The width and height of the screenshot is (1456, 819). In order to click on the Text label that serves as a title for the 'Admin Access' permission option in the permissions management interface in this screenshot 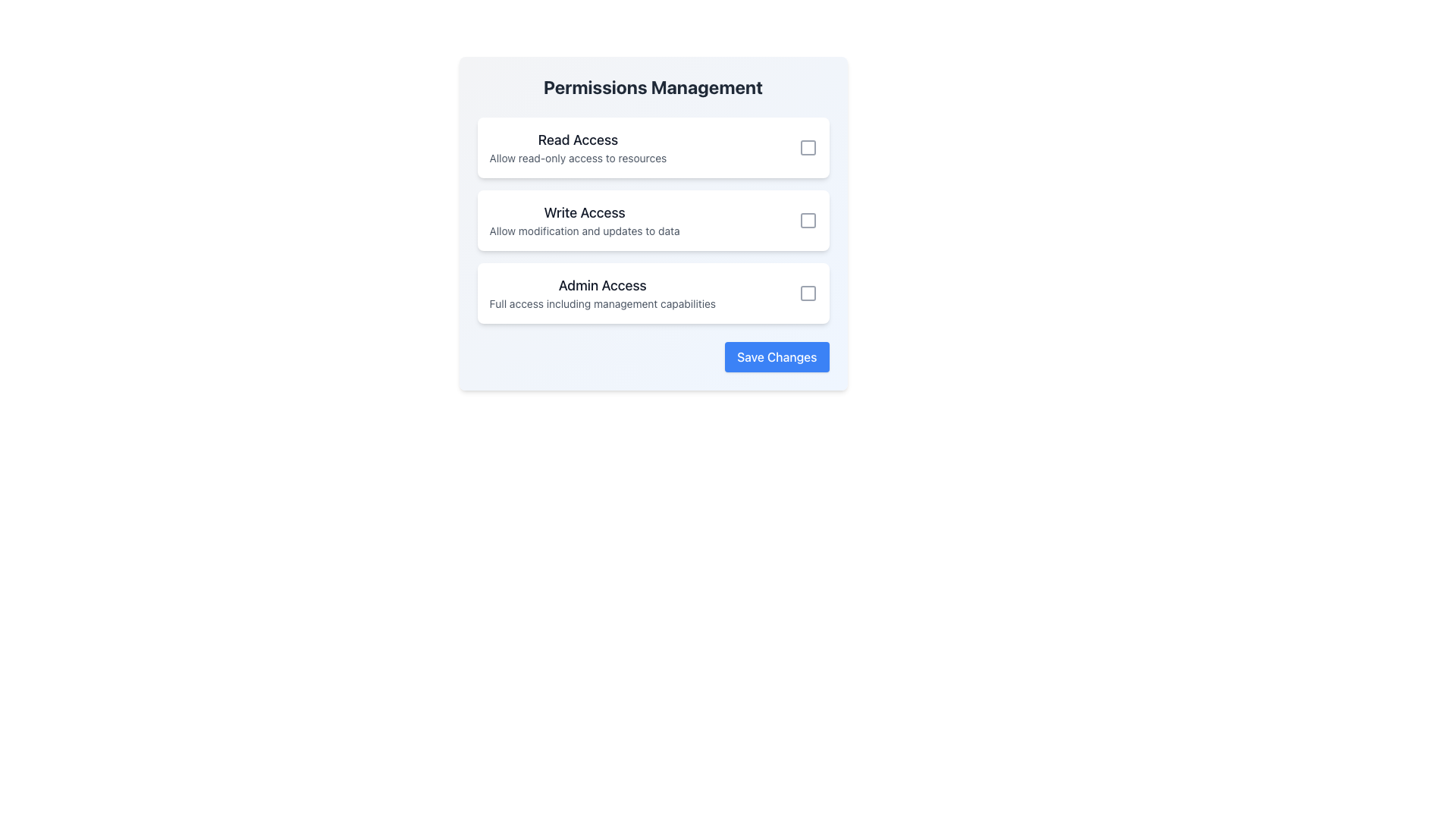, I will do `click(601, 286)`.